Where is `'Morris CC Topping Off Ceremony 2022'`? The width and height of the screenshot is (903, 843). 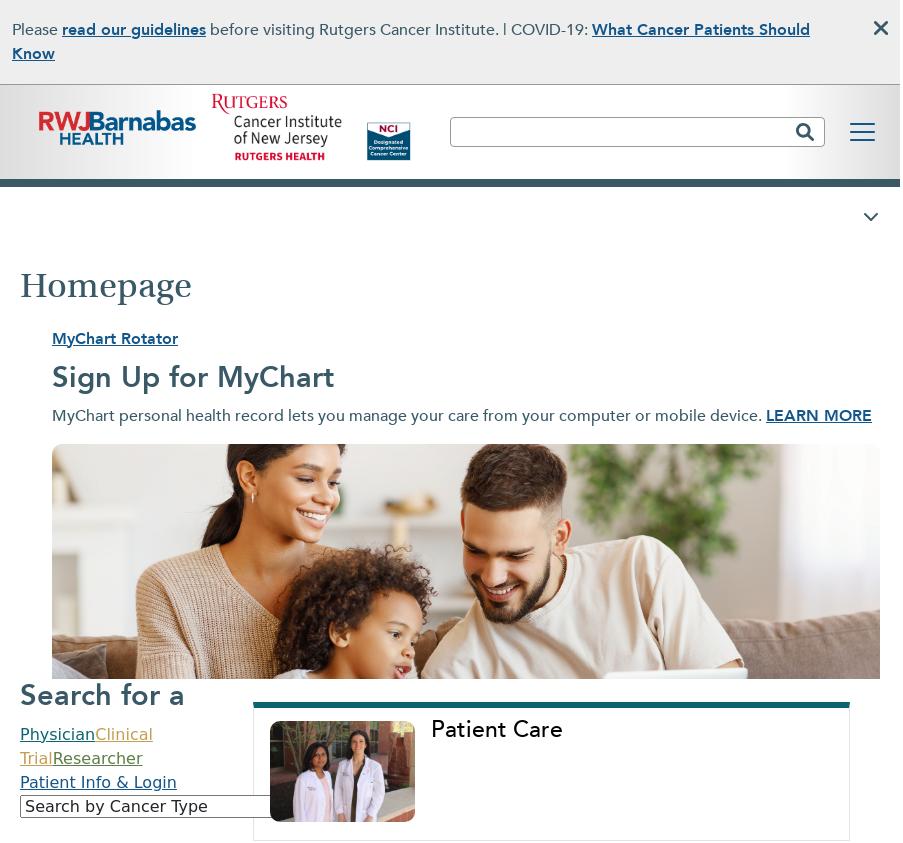 'Morris CC Topping Off Ceremony 2022' is located at coordinates (198, 570).